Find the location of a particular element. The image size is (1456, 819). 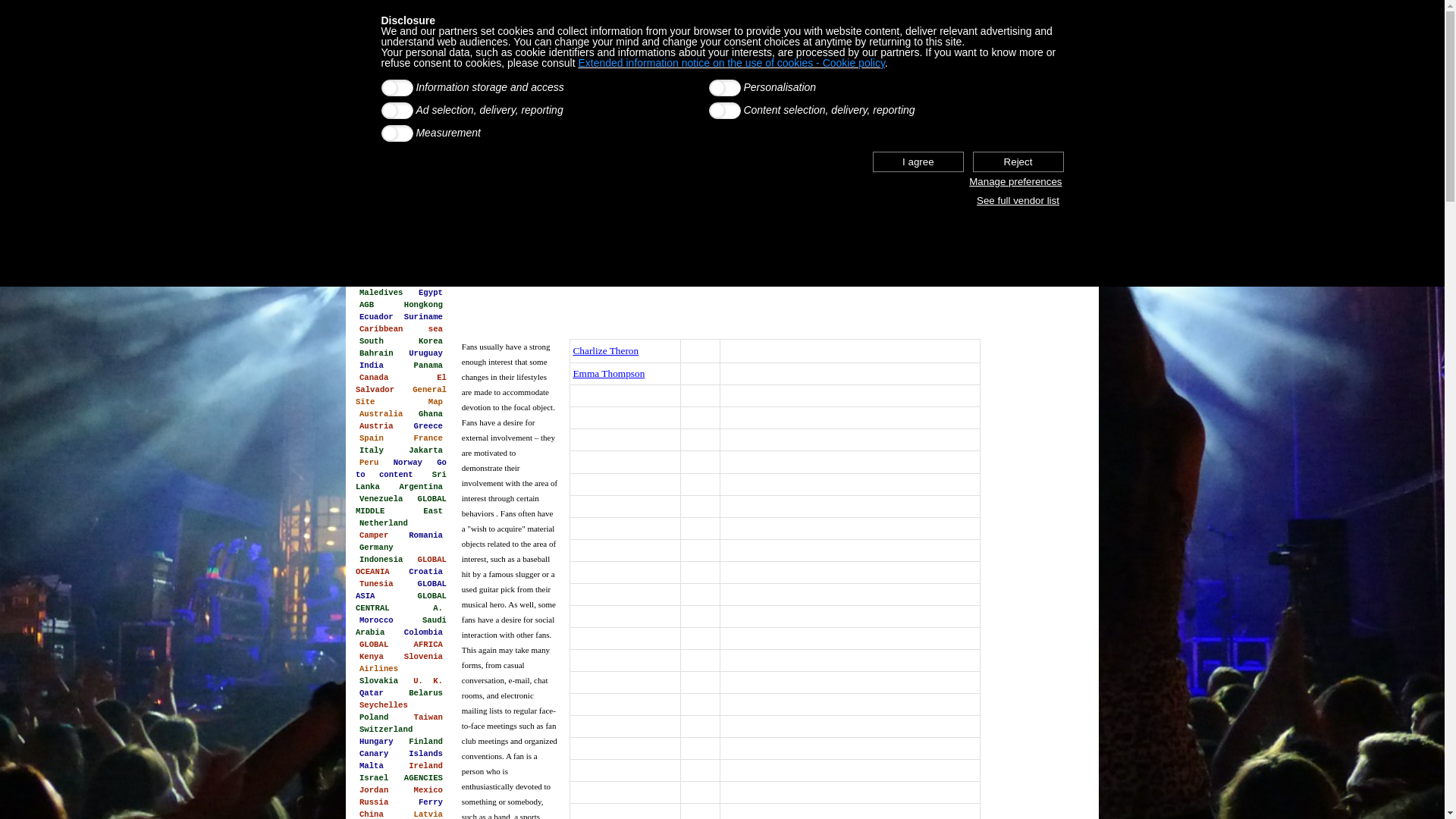

'Panama' is located at coordinates (428, 366).